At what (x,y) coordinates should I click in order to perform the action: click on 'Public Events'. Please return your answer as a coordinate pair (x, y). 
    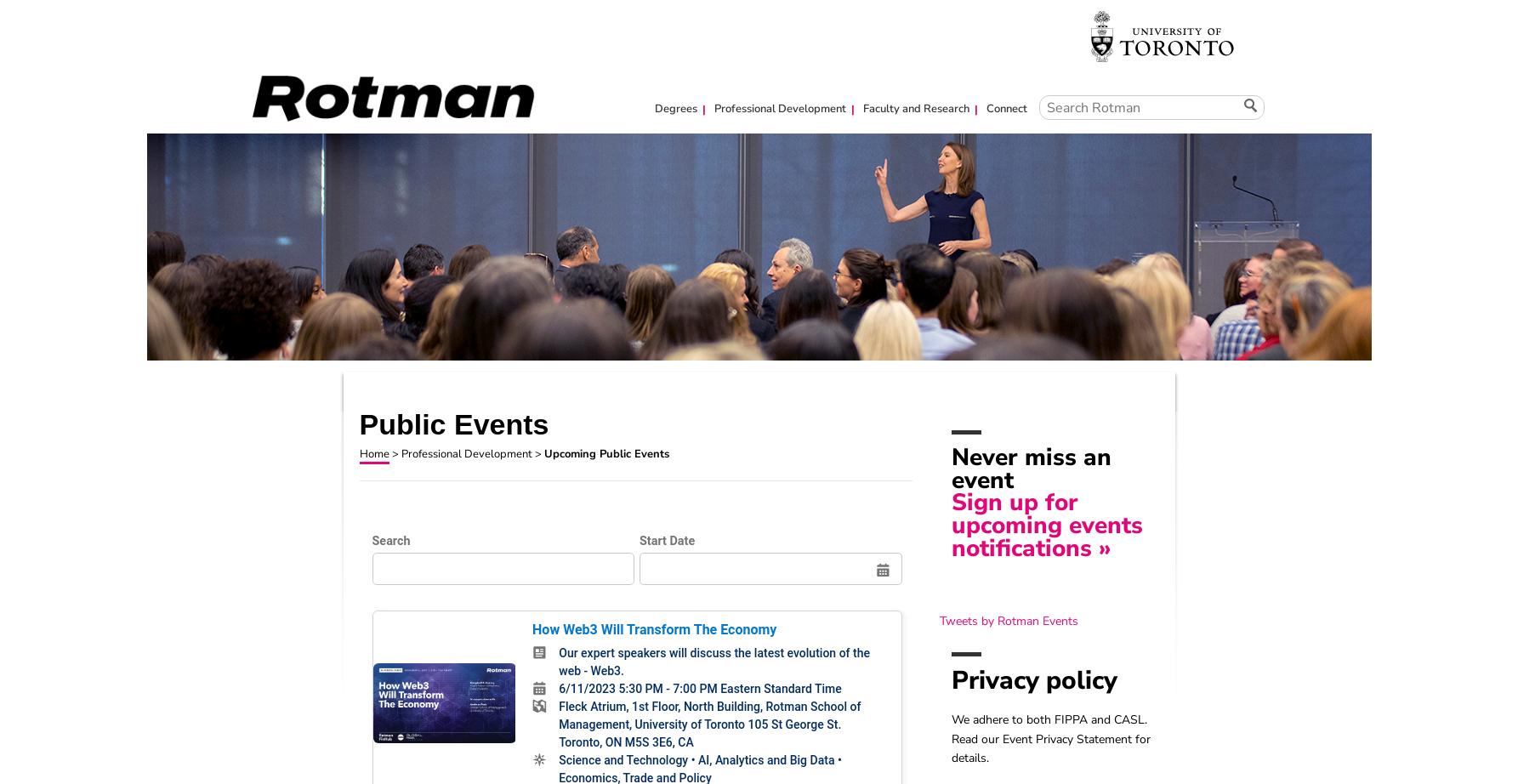
    Looking at the image, I should click on (453, 423).